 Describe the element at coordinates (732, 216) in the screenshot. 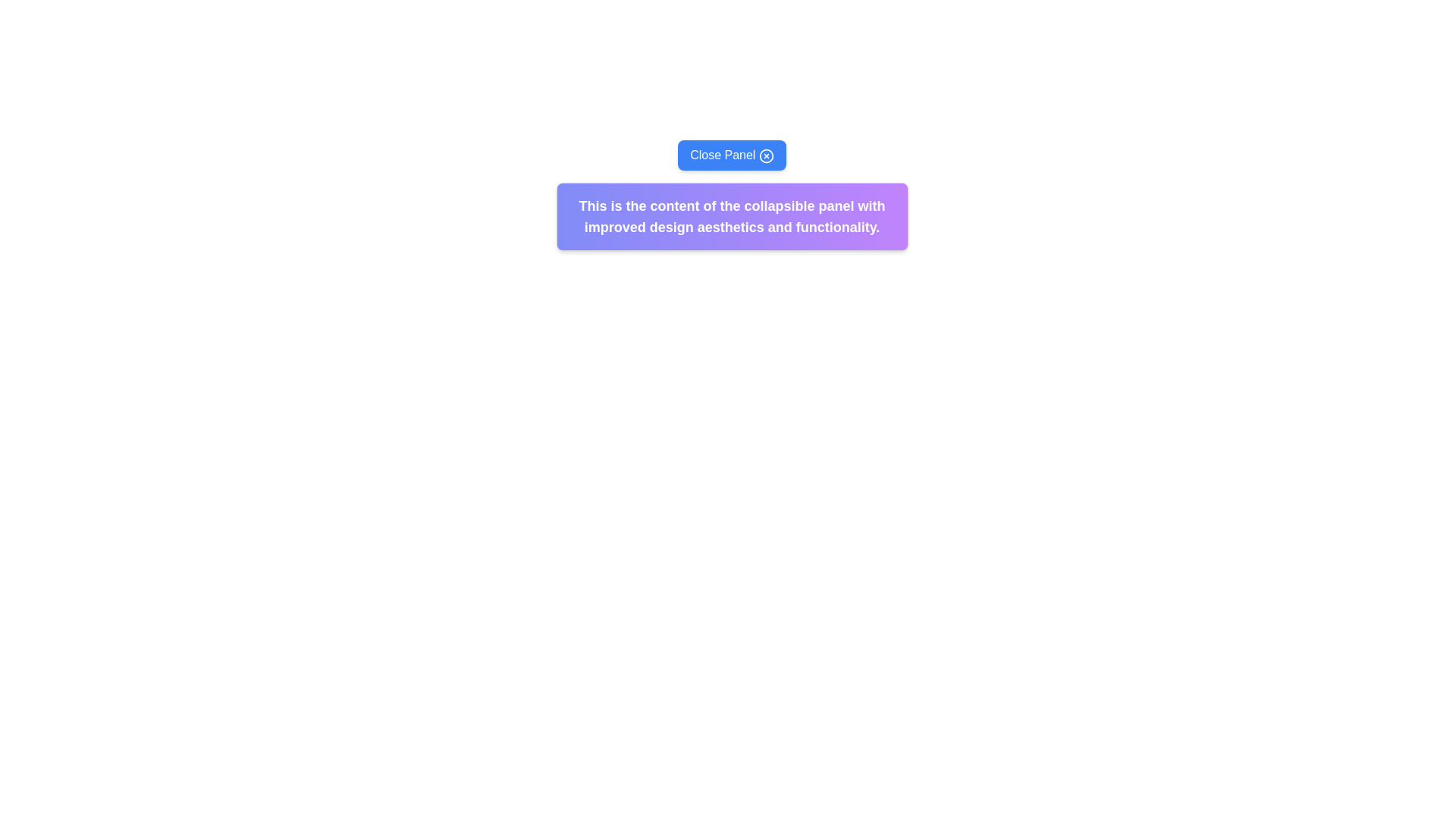

I see `the text content area displaying 'This is the content of the collapsible panel with improved design aesthetics and functionality.' which features a bold font and a purple gradient background` at that location.